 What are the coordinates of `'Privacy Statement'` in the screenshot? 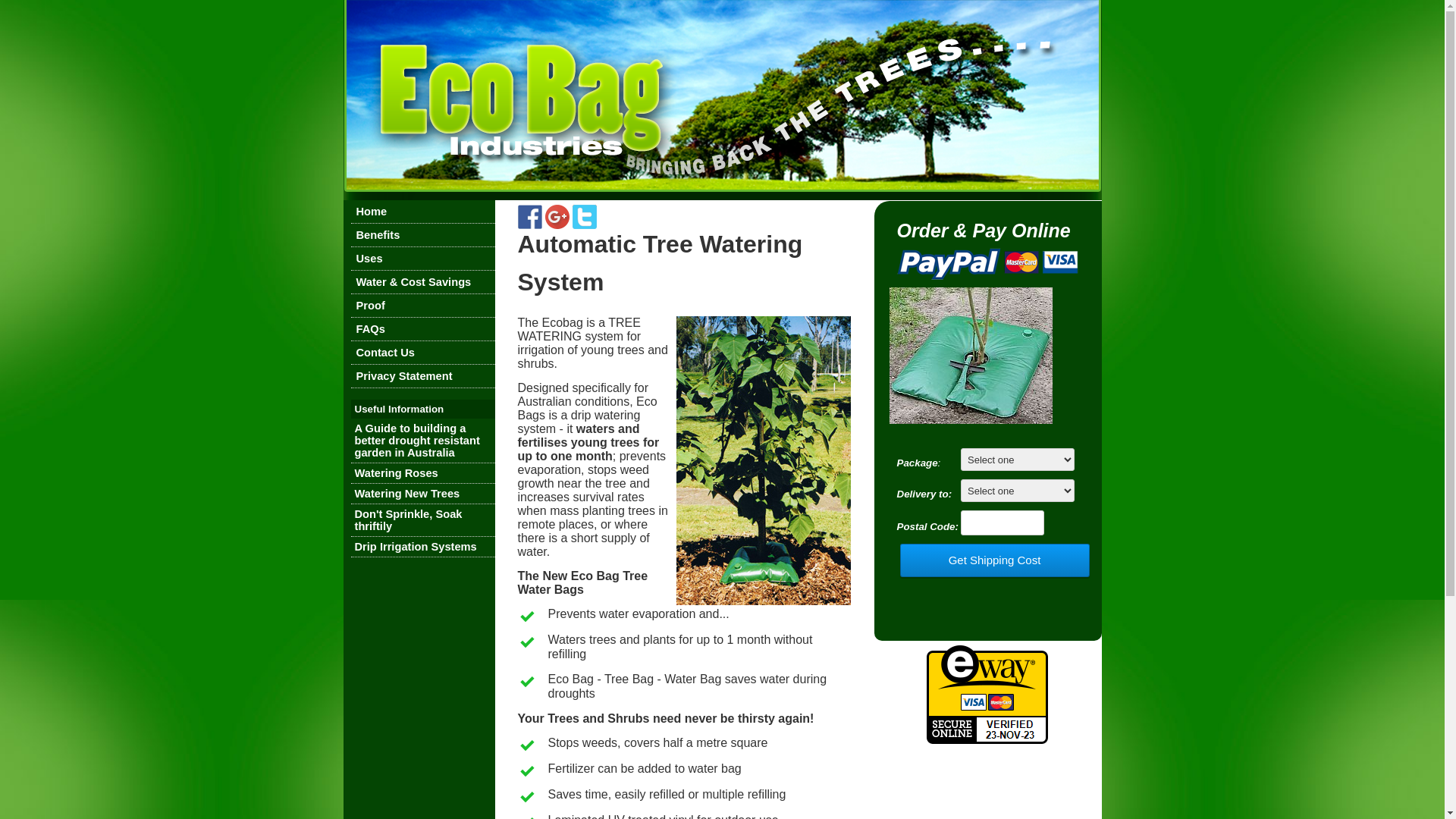 It's located at (404, 375).